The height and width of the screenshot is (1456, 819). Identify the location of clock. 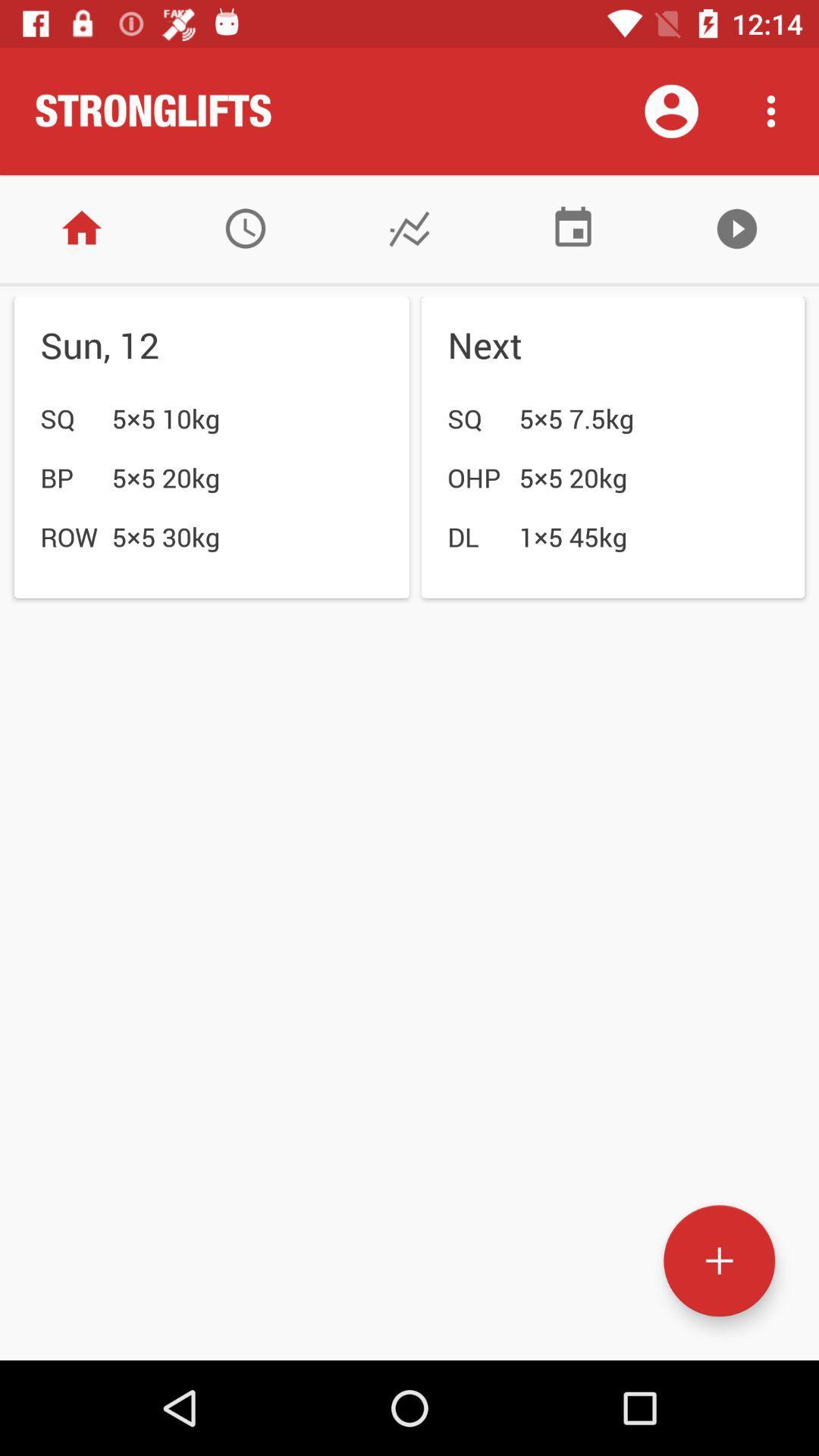
(245, 227).